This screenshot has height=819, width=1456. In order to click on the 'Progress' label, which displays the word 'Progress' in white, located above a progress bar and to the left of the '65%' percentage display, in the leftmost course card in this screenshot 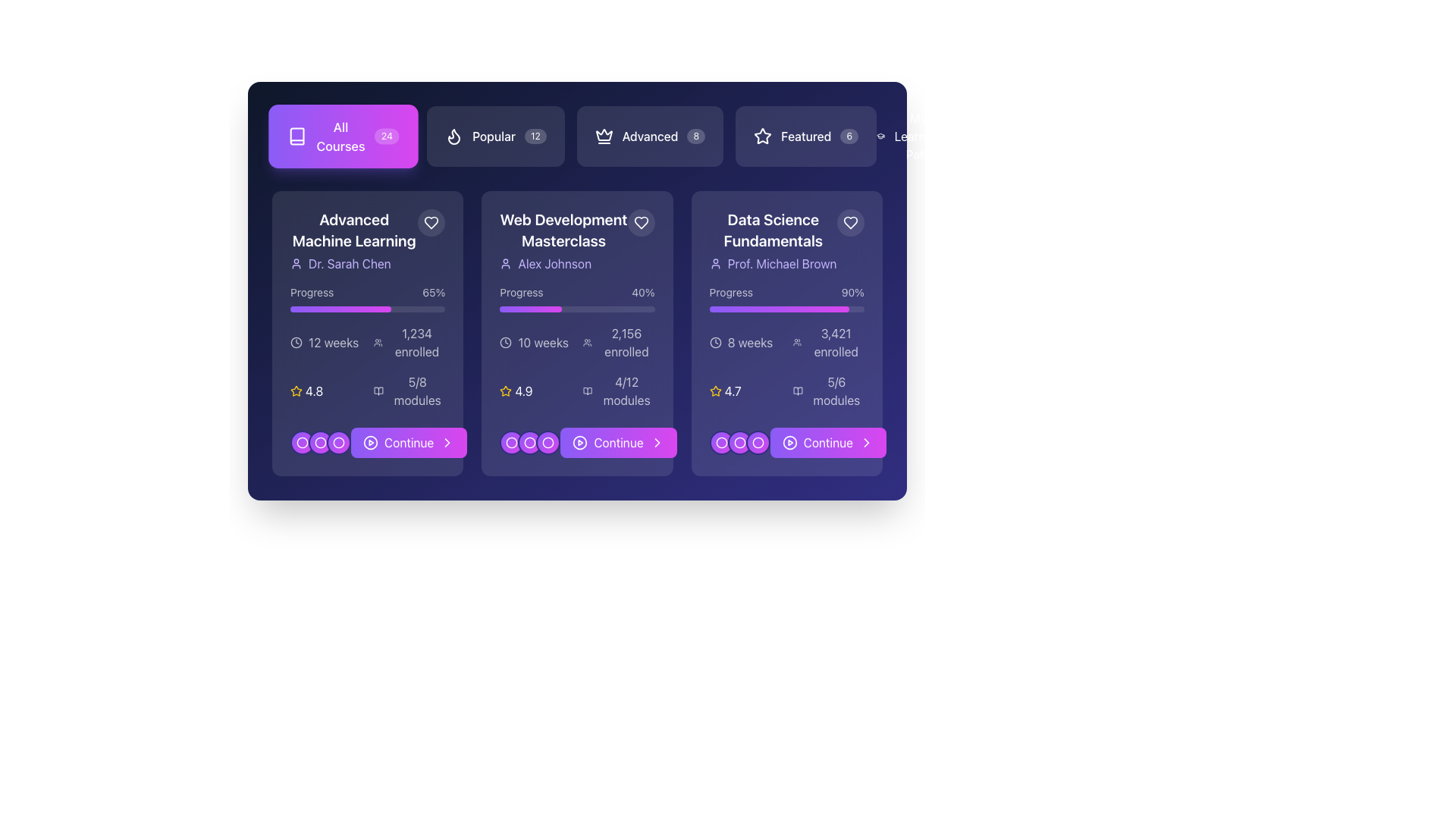, I will do `click(311, 292)`.